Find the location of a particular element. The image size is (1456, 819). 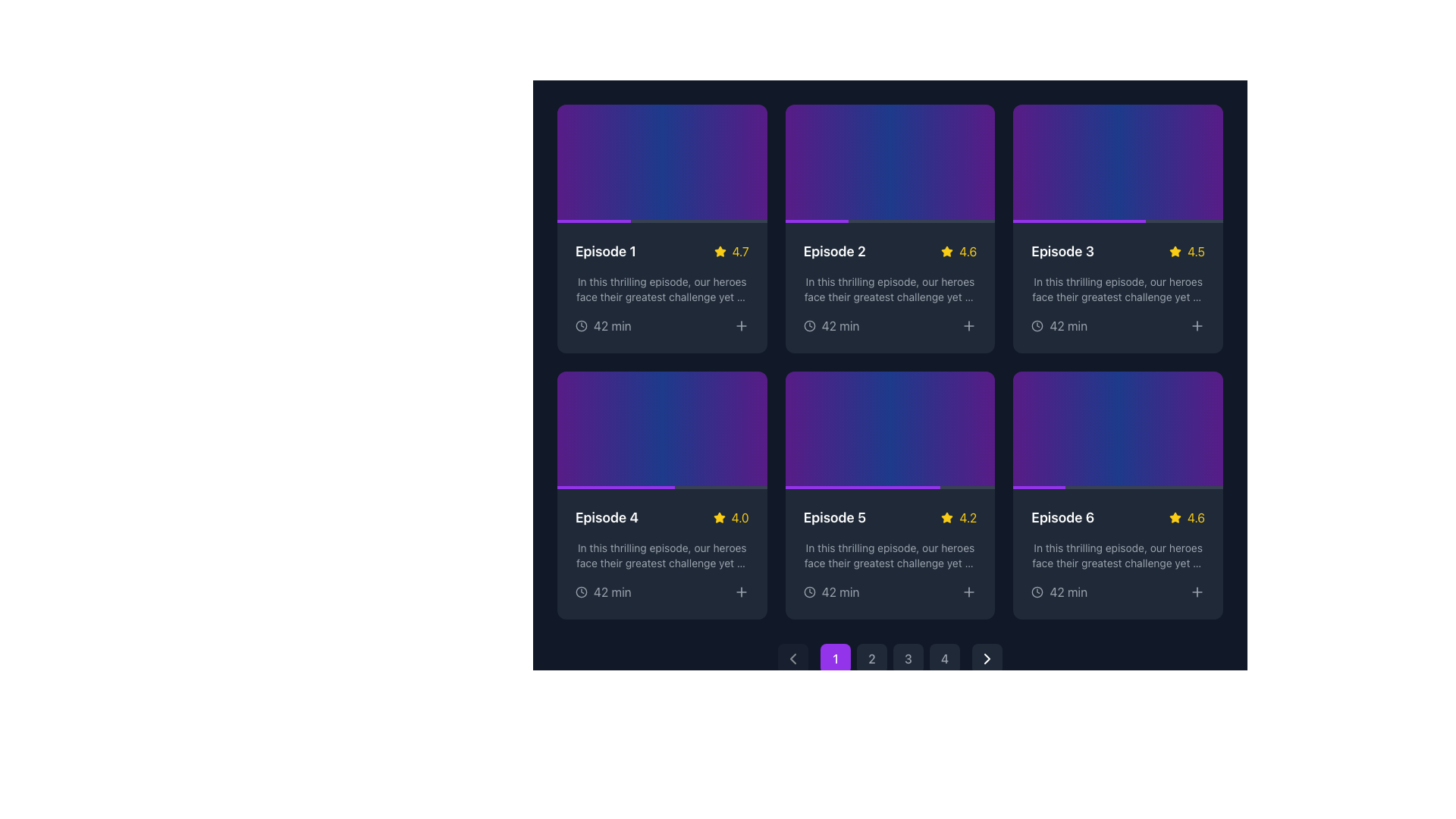

the decorative thumbnail element at the top of the 'Episode 3' card is located at coordinates (1118, 163).